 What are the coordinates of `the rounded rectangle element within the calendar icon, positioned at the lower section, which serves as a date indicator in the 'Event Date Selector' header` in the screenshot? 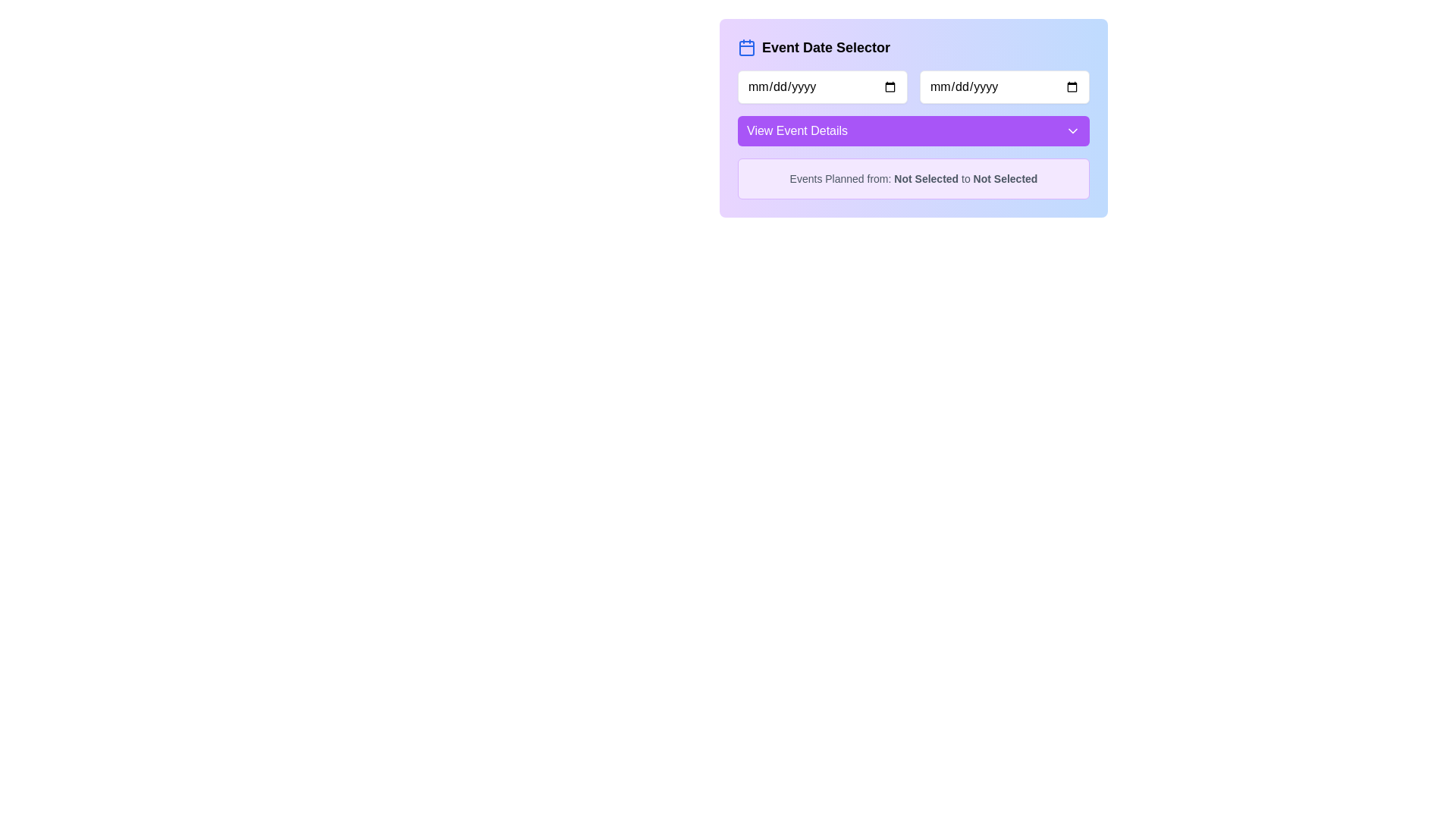 It's located at (746, 48).